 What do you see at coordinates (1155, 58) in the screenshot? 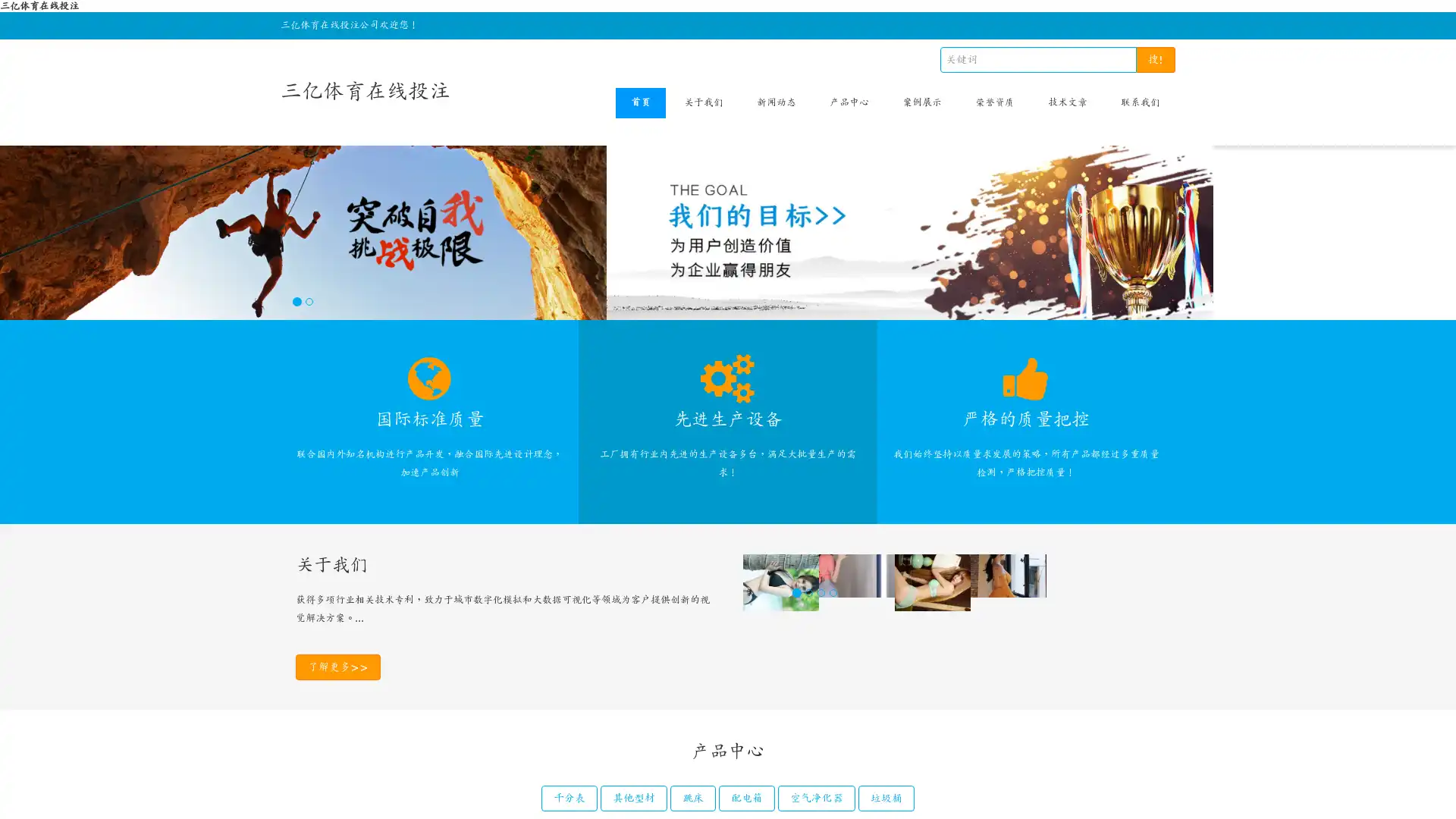
I see `!` at bounding box center [1155, 58].